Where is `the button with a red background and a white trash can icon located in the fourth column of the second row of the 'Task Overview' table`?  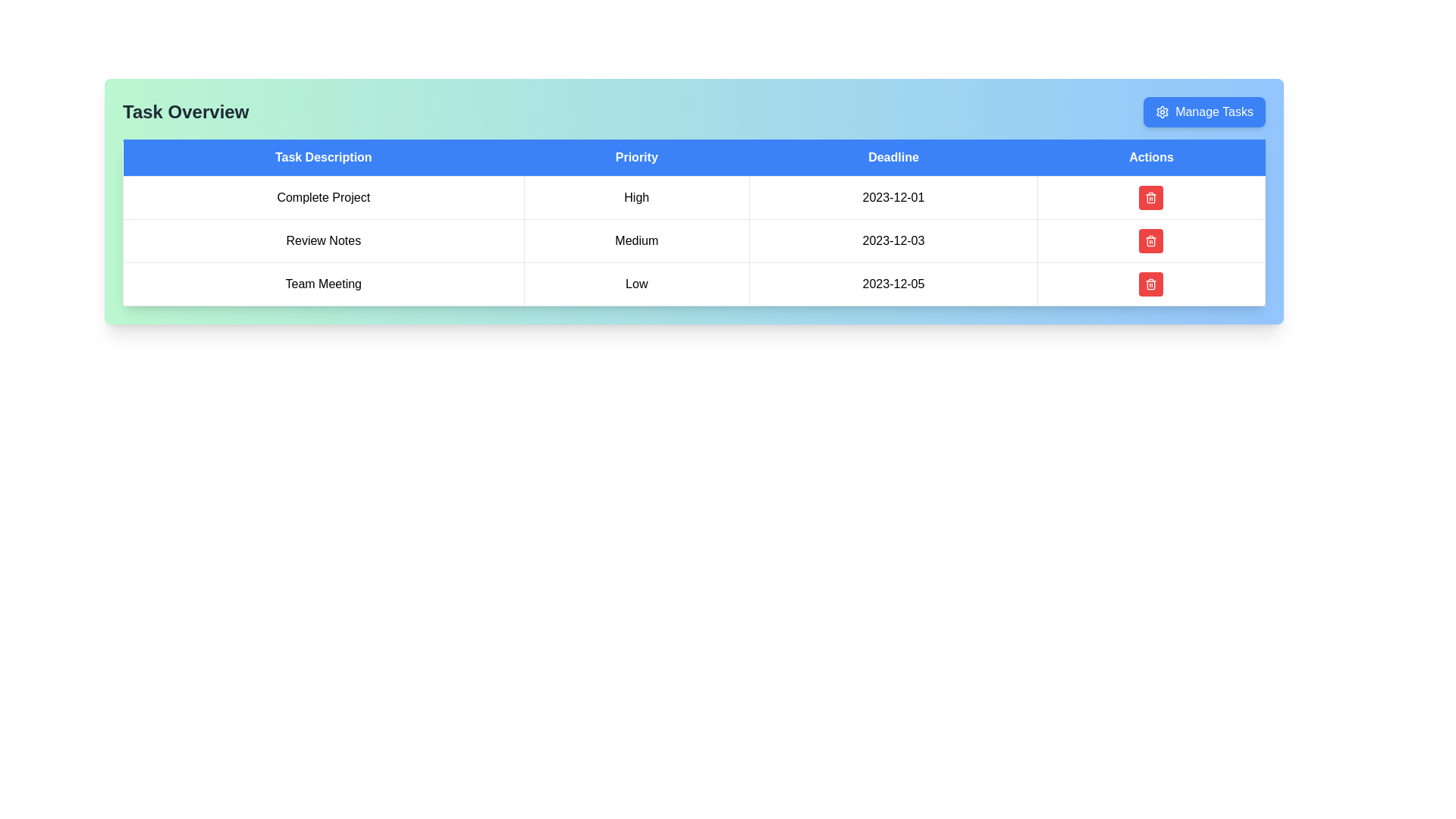 the button with a red background and a white trash can icon located in the fourth column of the second row of the 'Task Overview' table is located at coordinates (1151, 240).